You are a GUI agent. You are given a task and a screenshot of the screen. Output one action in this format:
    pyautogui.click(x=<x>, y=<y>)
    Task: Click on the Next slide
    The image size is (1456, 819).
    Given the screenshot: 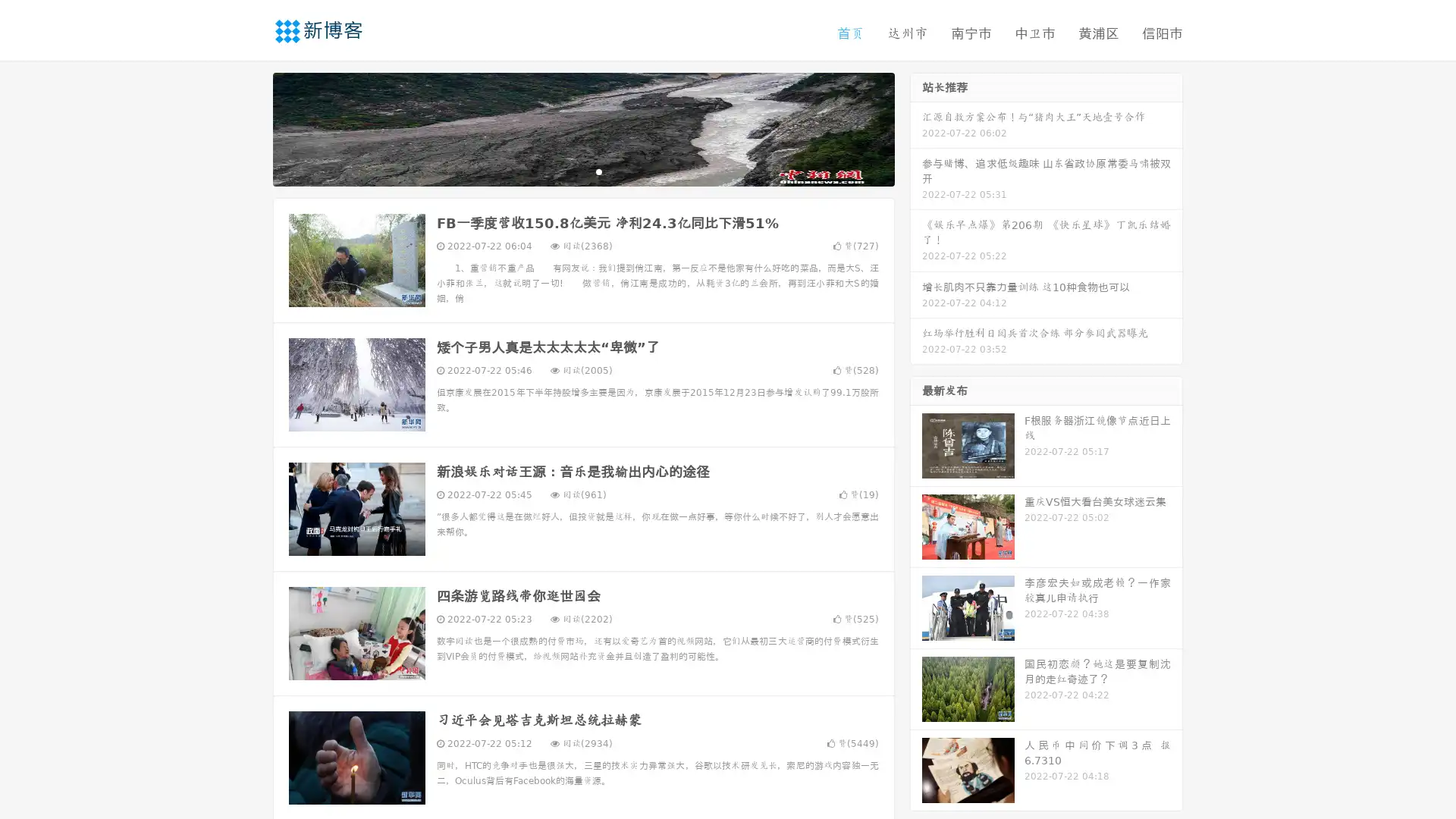 What is the action you would take?
    pyautogui.click(x=916, y=127)
    